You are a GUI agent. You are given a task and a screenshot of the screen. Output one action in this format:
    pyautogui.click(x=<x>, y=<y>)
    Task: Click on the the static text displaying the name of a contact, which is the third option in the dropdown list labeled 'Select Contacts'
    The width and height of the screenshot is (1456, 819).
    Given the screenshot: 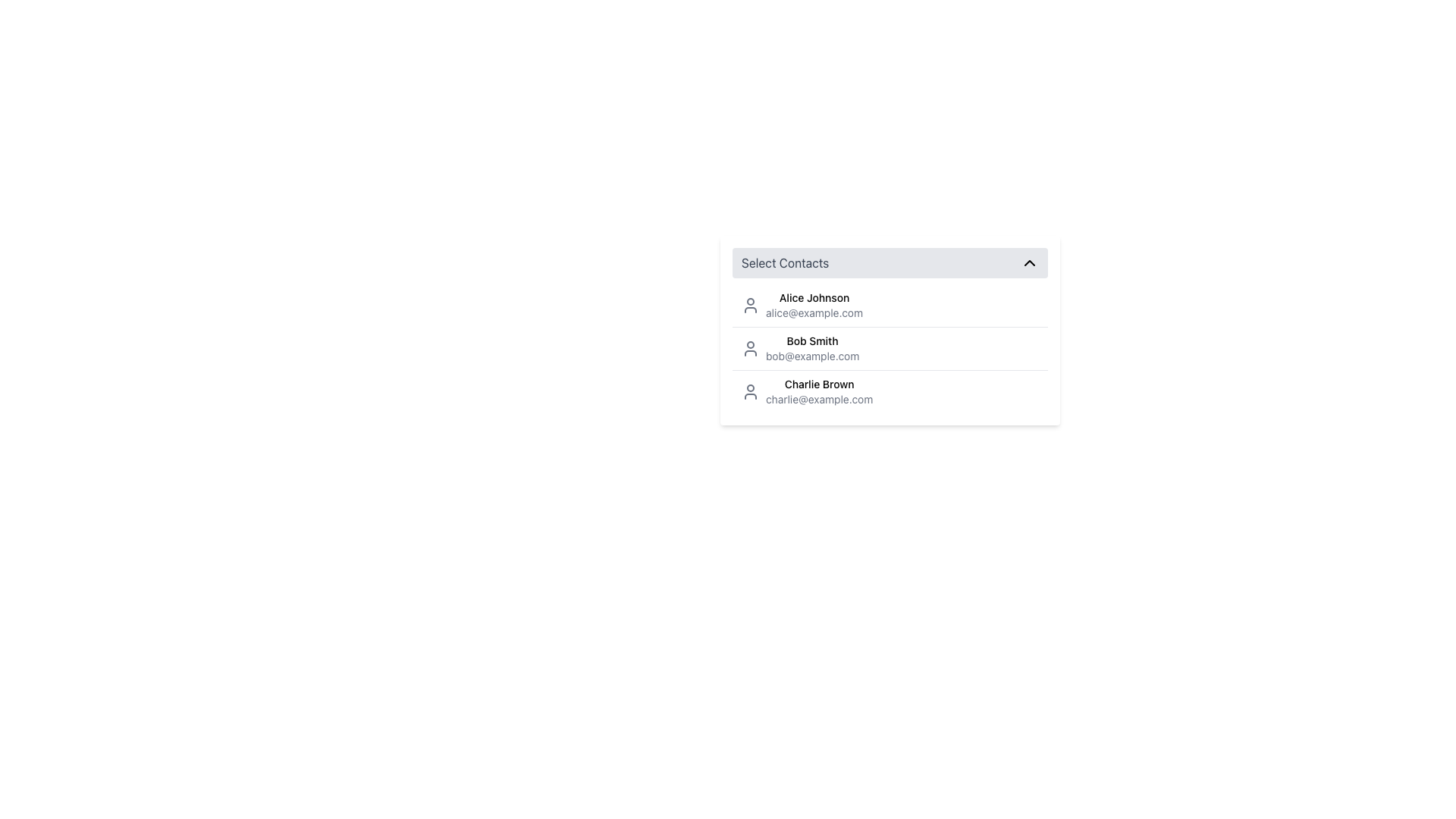 What is the action you would take?
    pyautogui.click(x=818, y=383)
    